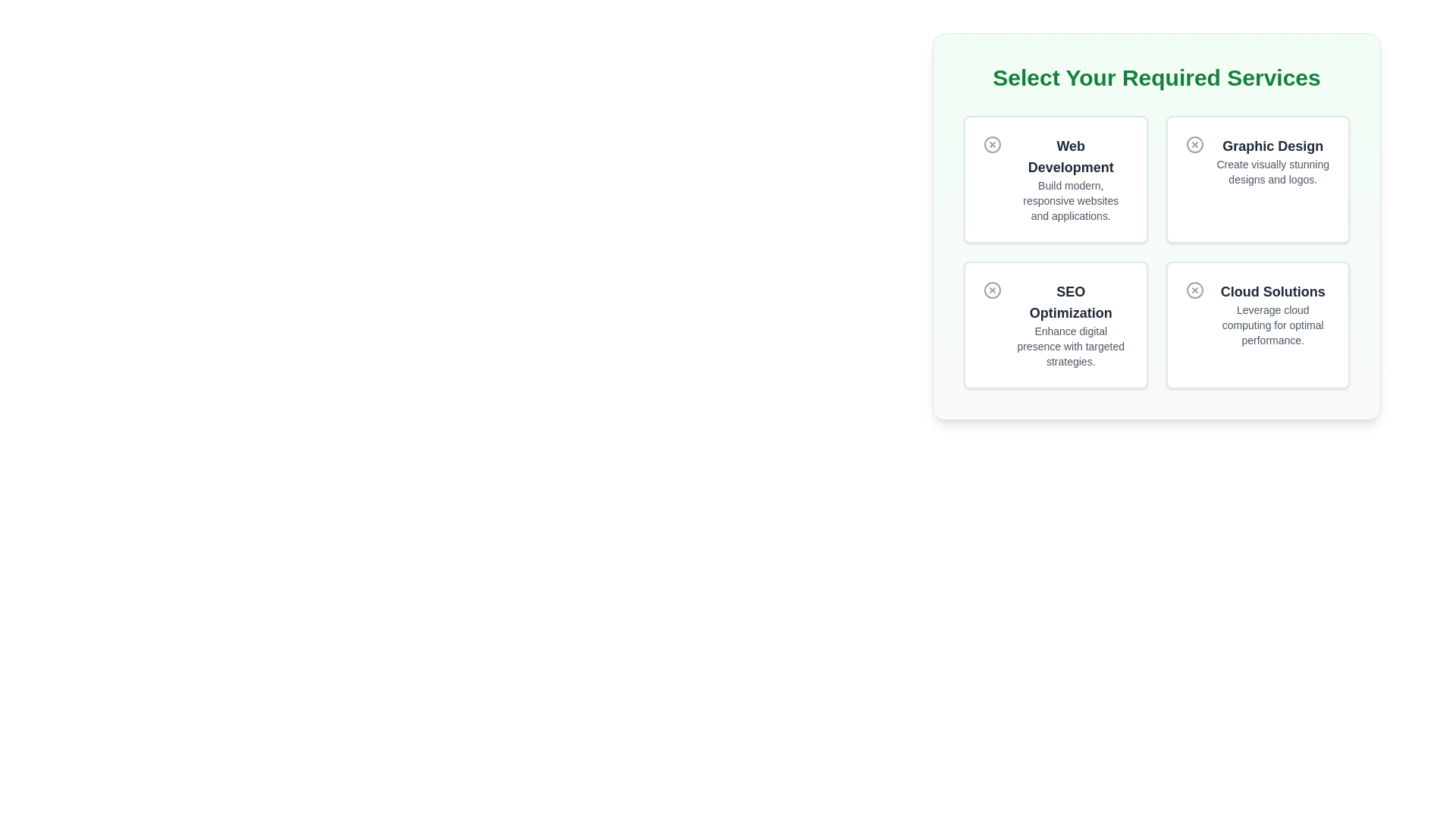 The height and width of the screenshot is (819, 1456). What do you see at coordinates (1055, 178) in the screenshot?
I see `title 'Web Development' and description 'Build modern, responsive websites and applications.' from the informational card with a white background and rounded corners located in the top-left position of the grid` at bounding box center [1055, 178].